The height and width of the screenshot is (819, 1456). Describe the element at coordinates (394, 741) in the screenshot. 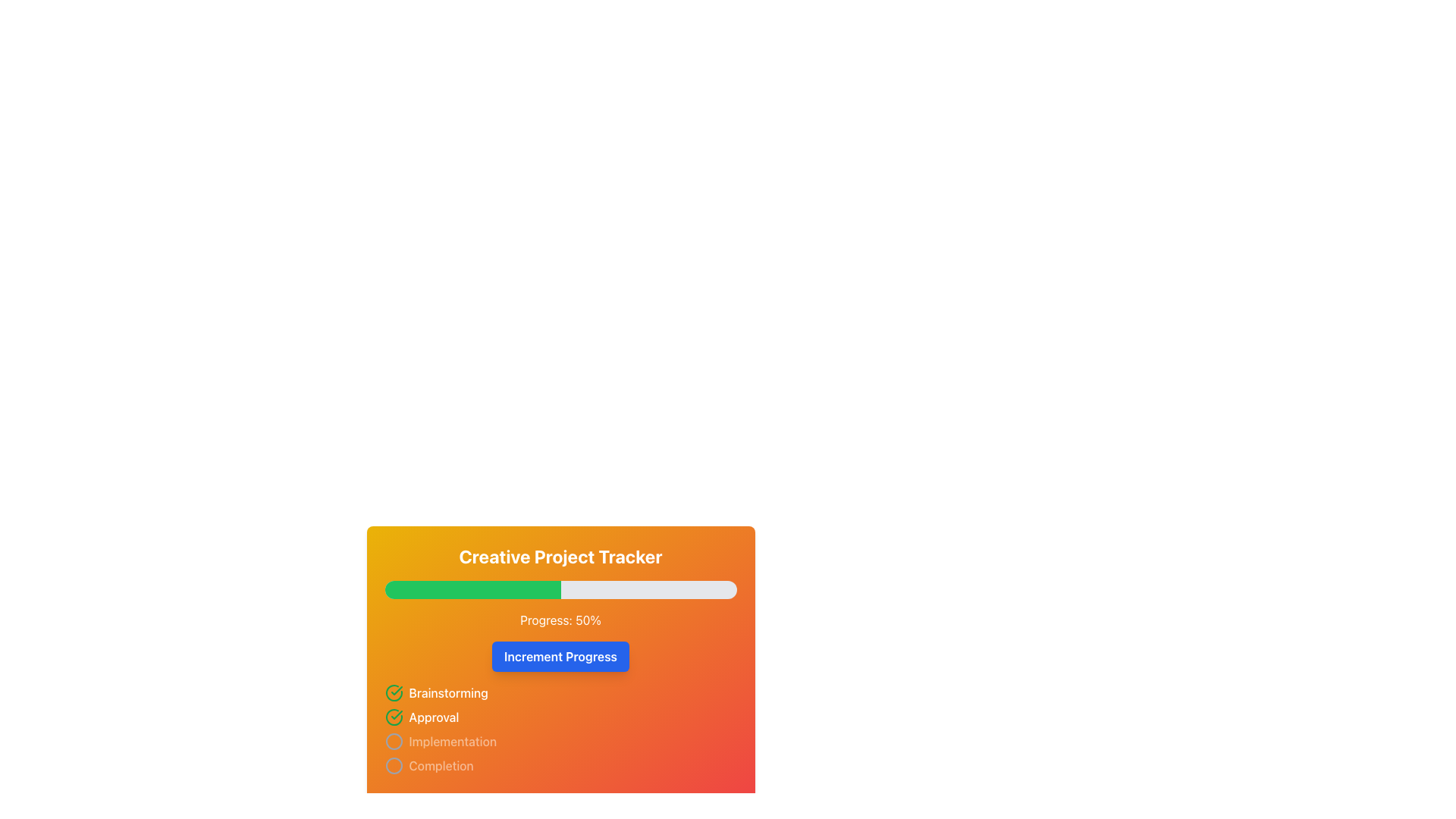

I see `the small gray circular visual indicator located near the 'Implementation' label, which is part of the 'Implementation' row under the 'Increment Progress' button` at that location.